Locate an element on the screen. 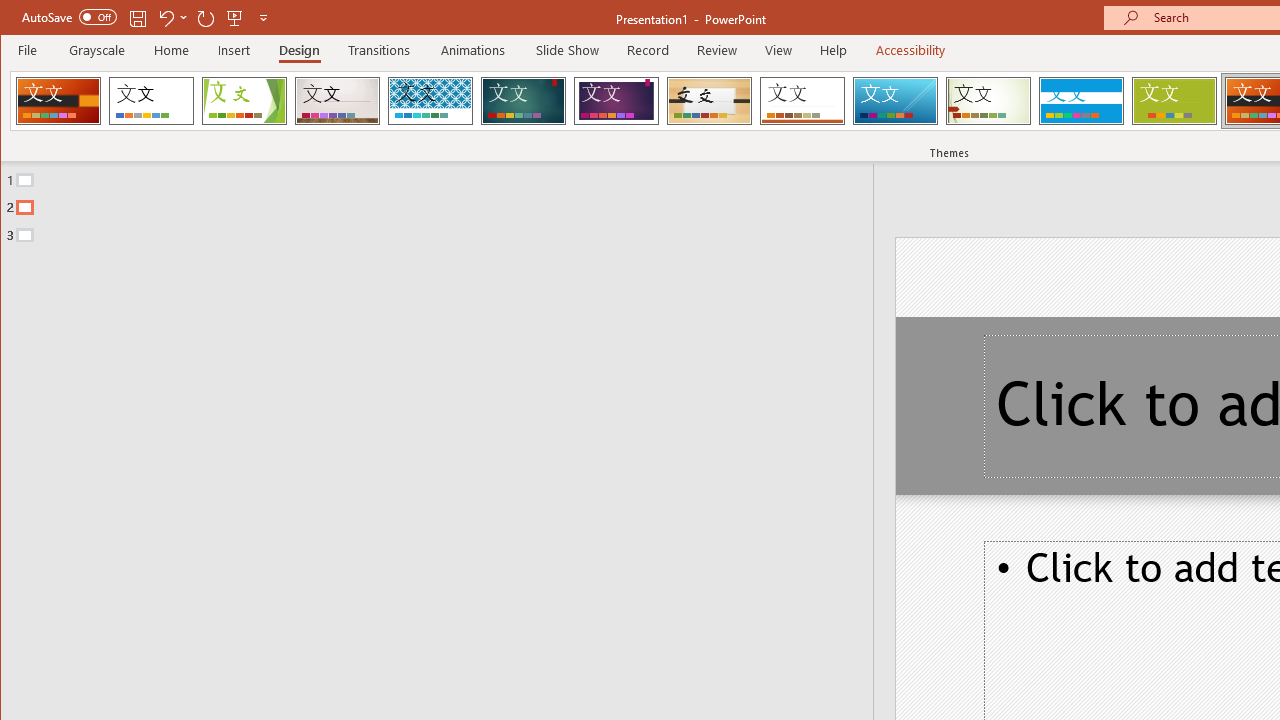 The width and height of the screenshot is (1280, 720). 'Ion Boardroom' is located at coordinates (615, 100).